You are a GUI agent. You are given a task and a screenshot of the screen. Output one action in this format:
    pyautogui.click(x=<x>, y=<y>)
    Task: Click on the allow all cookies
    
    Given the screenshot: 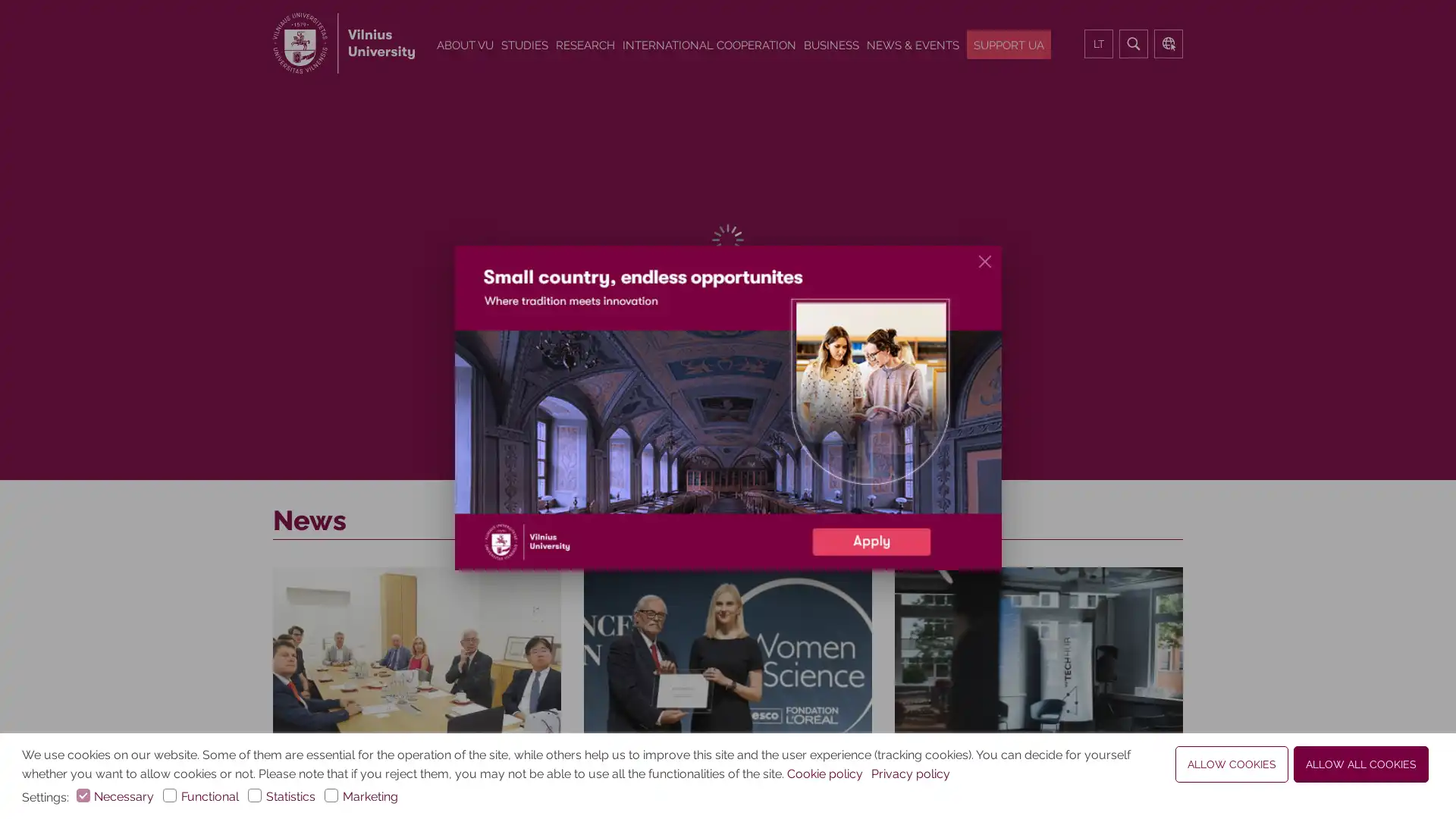 What is the action you would take?
    pyautogui.click(x=1361, y=764)
    